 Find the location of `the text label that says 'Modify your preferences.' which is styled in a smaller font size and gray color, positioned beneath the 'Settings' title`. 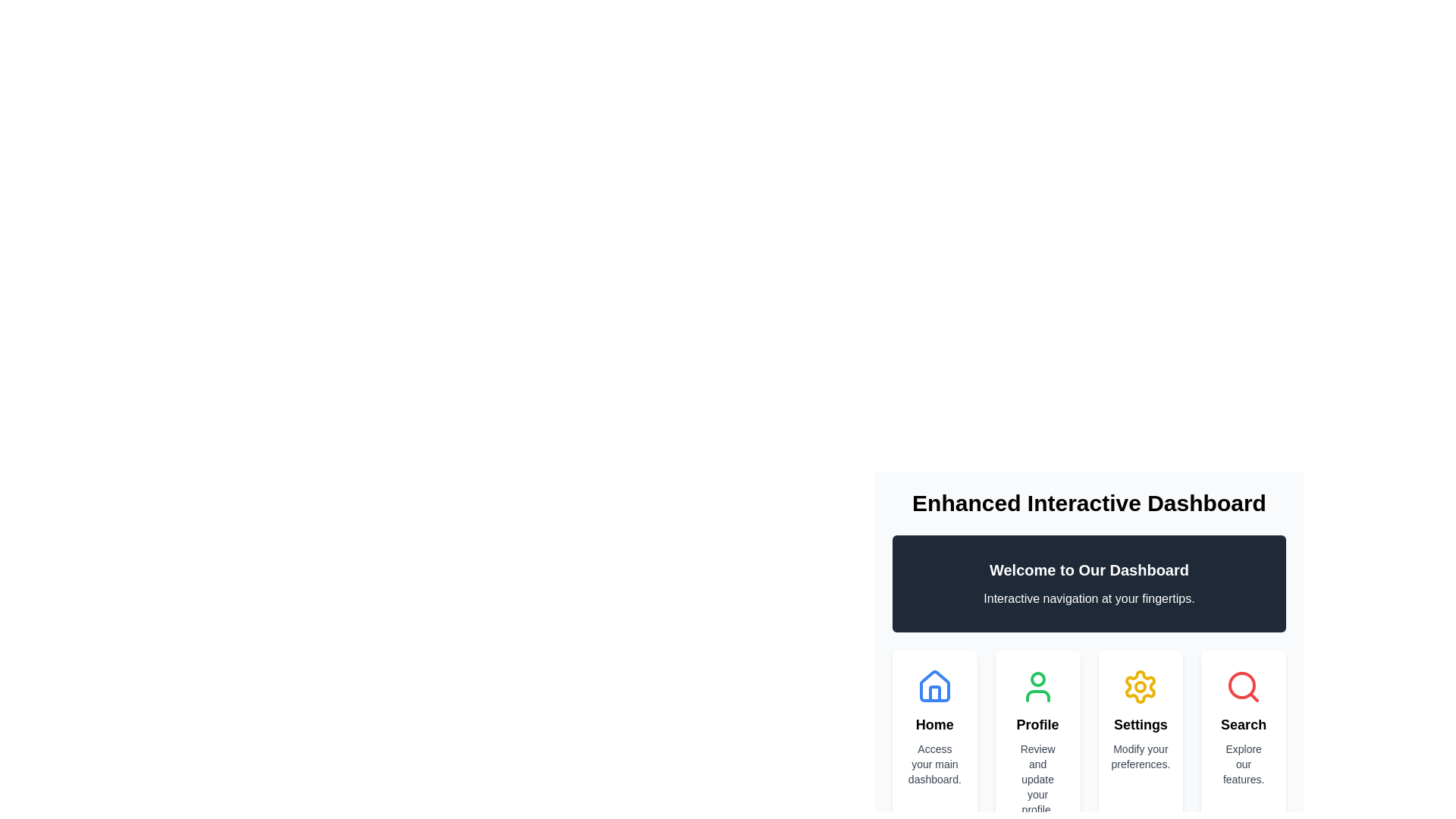

the text label that says 'Modify your preferences.' which is styled in a smaller font size and gray color, positioned beneath the 'Settings' title is located at coordinates (1141, 757).